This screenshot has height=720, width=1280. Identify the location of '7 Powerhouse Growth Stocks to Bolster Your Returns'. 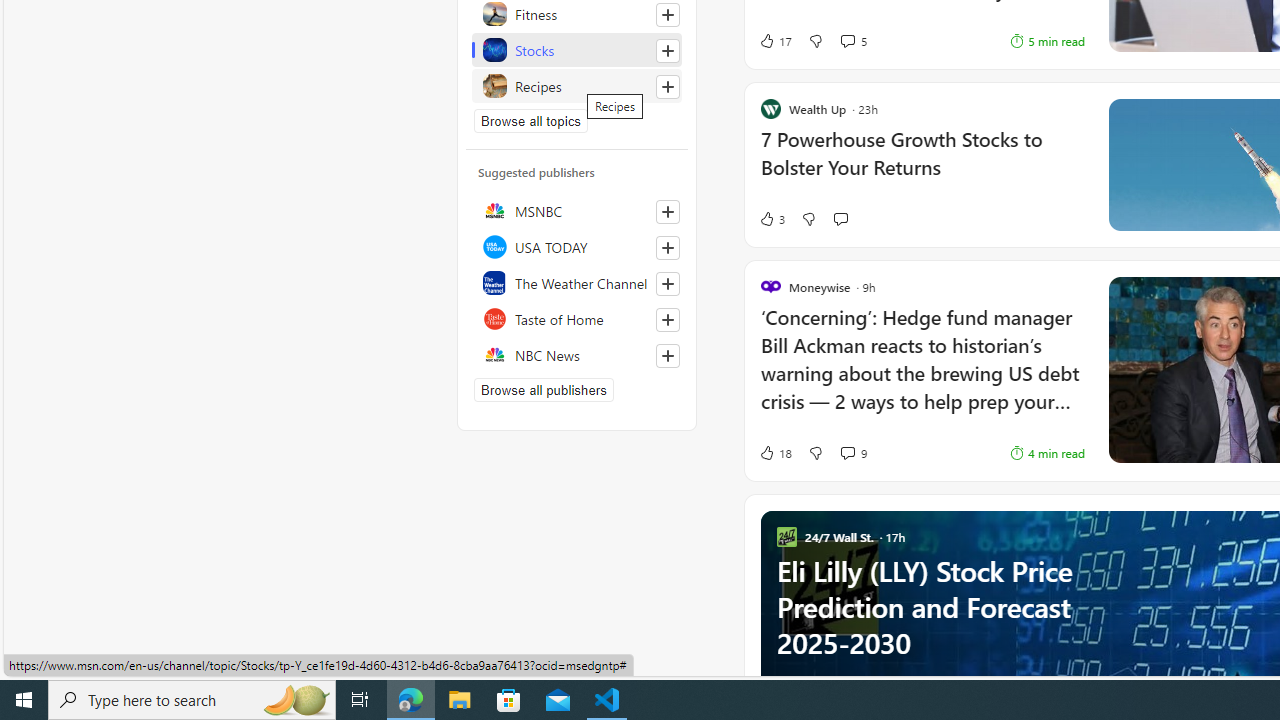
(921, 163).